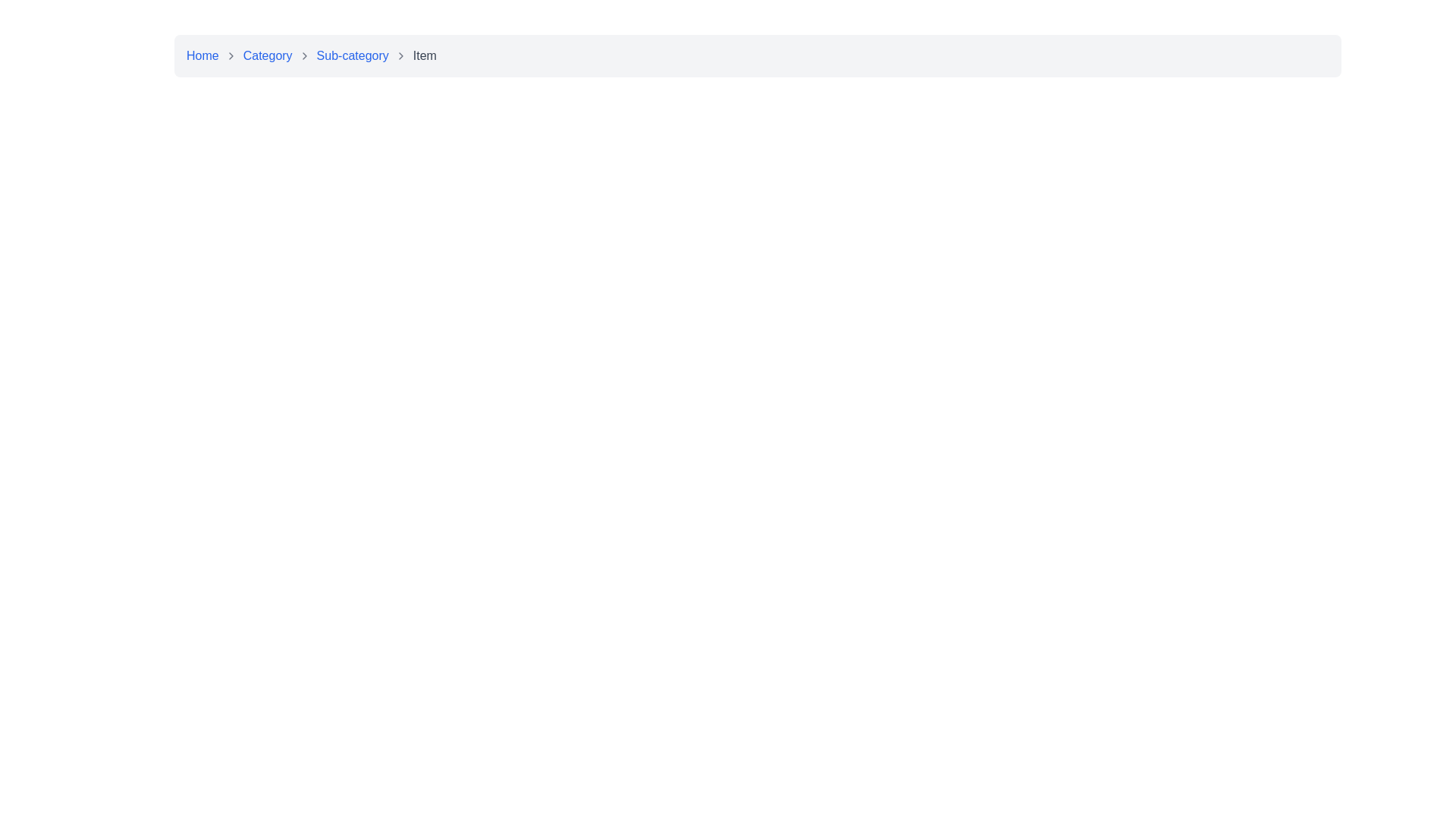 This screenshot has width=1456, height=819. Describe the element at coordinates (758, 55) in the screenshot. I see `the breadcrumb navigation bar` at that location.